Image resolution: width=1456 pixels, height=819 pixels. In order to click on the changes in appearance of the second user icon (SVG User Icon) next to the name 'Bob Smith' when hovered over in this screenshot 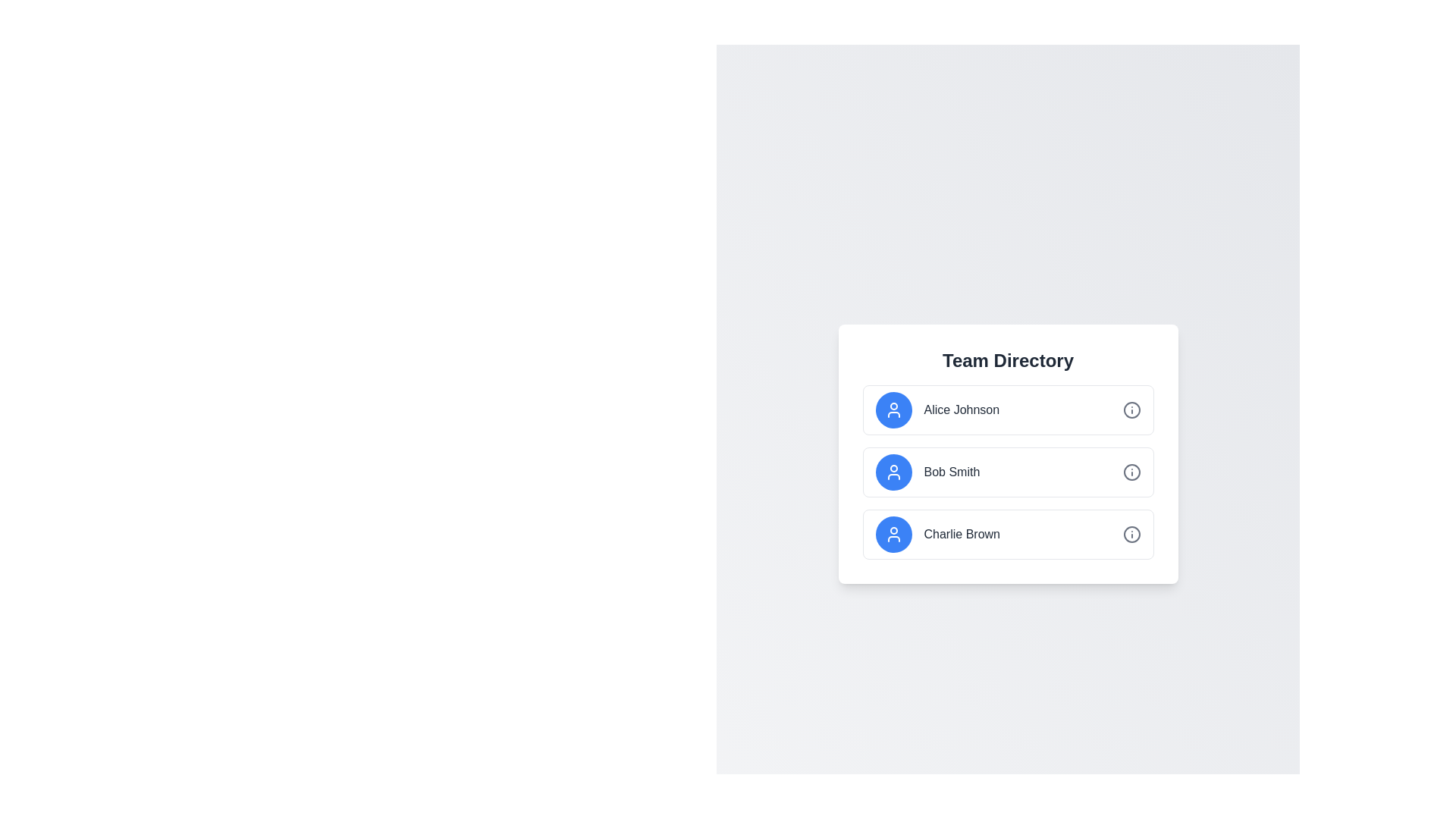, I will do `click(893, 472)`.